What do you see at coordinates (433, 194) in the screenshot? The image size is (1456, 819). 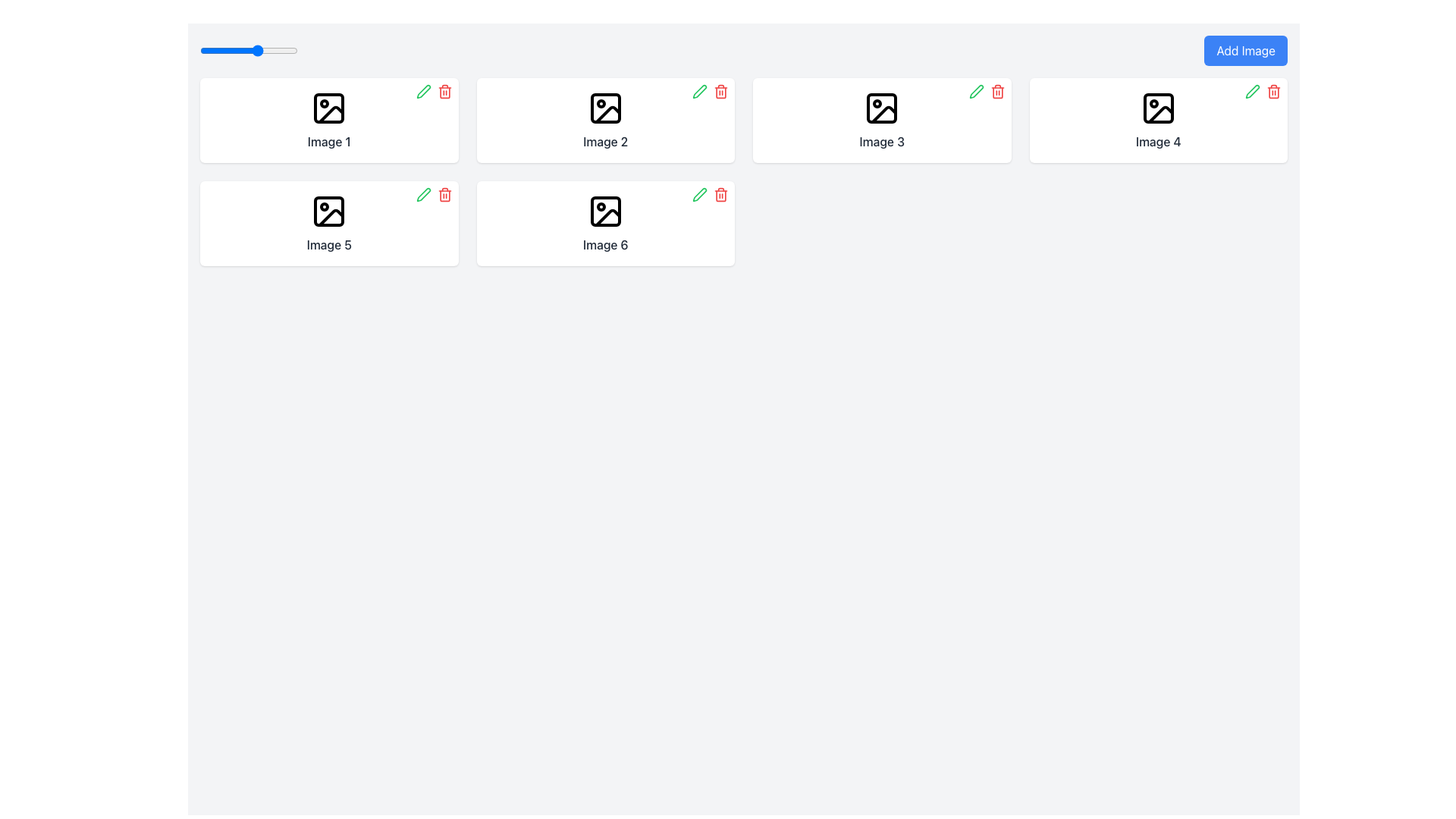 I see `the trash bin icon in the top right corner of the card titled 'Image 5'` at bounding box center [433, 194].